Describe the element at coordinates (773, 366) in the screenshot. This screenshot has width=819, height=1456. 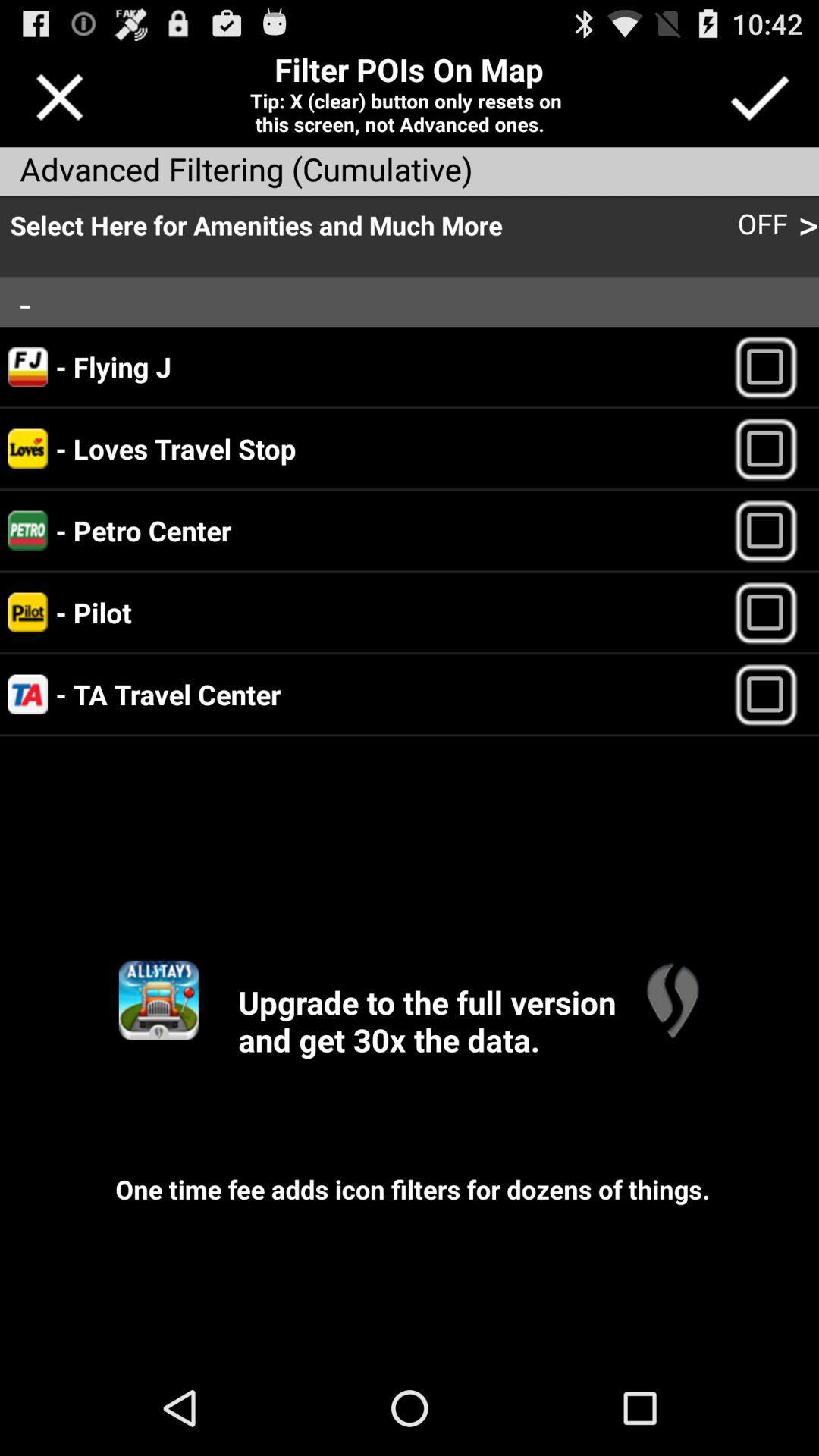
I see `location` at that location.